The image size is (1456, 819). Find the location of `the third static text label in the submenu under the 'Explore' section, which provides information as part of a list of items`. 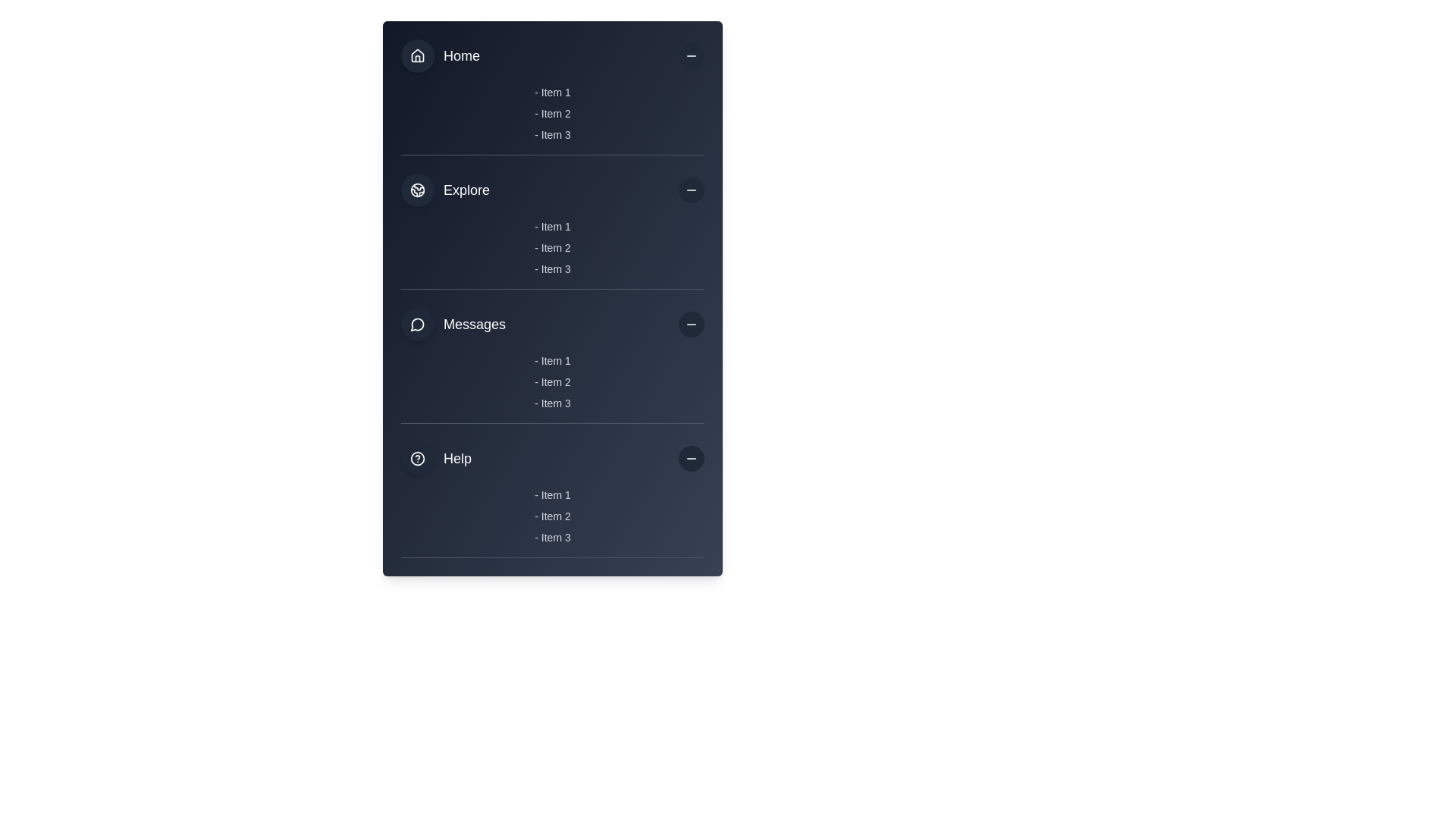

the third static text label in the submenu under the 'Explore' section, which provides information as part of a list of items is located at coordinates (552, 268).